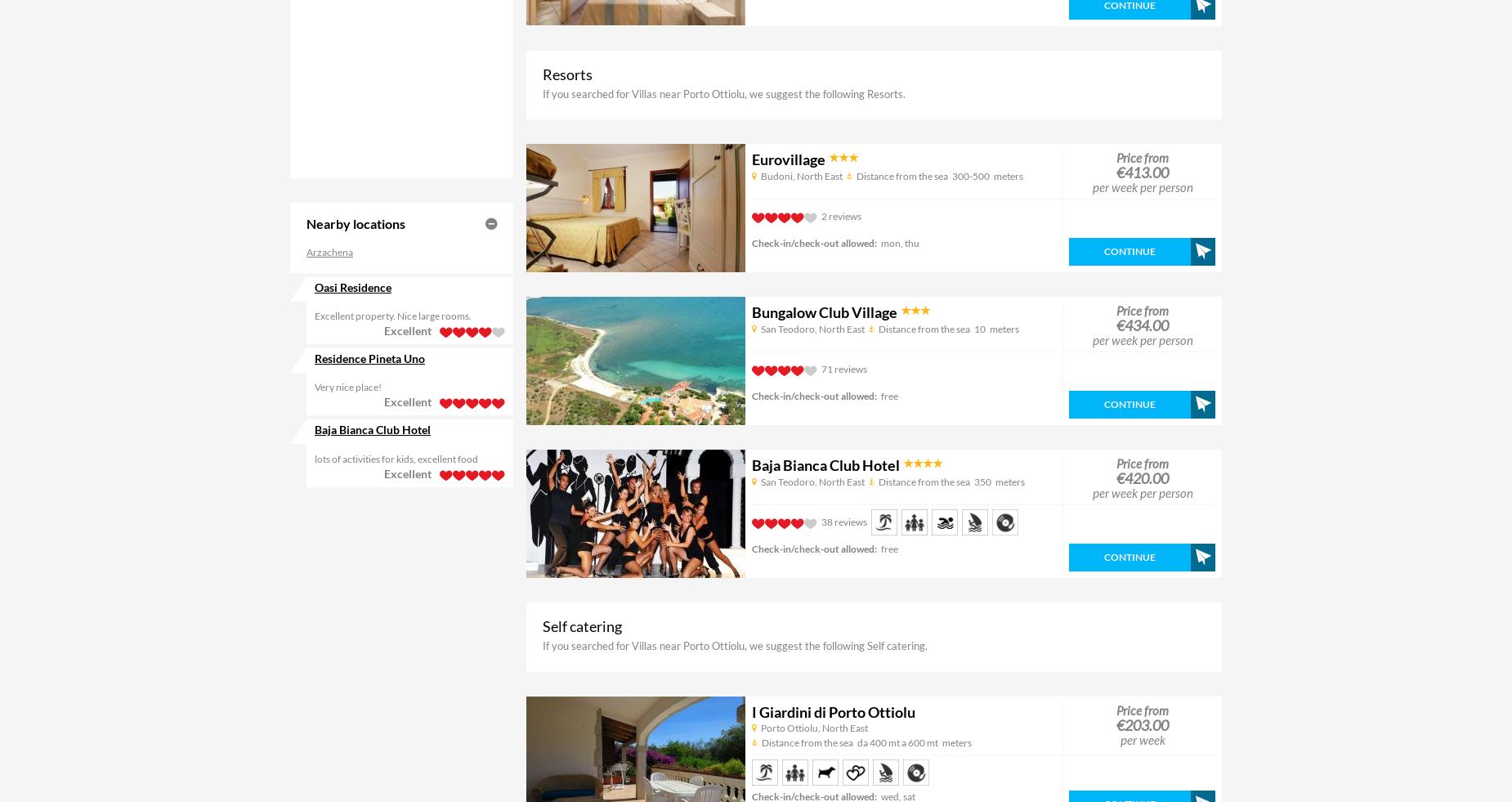 This screenshot has height=802, width=1512. What do you see at coordinates (1143, 477) in the screenshot?
I see `'€420.00'` at bounding box center [1143, 477].